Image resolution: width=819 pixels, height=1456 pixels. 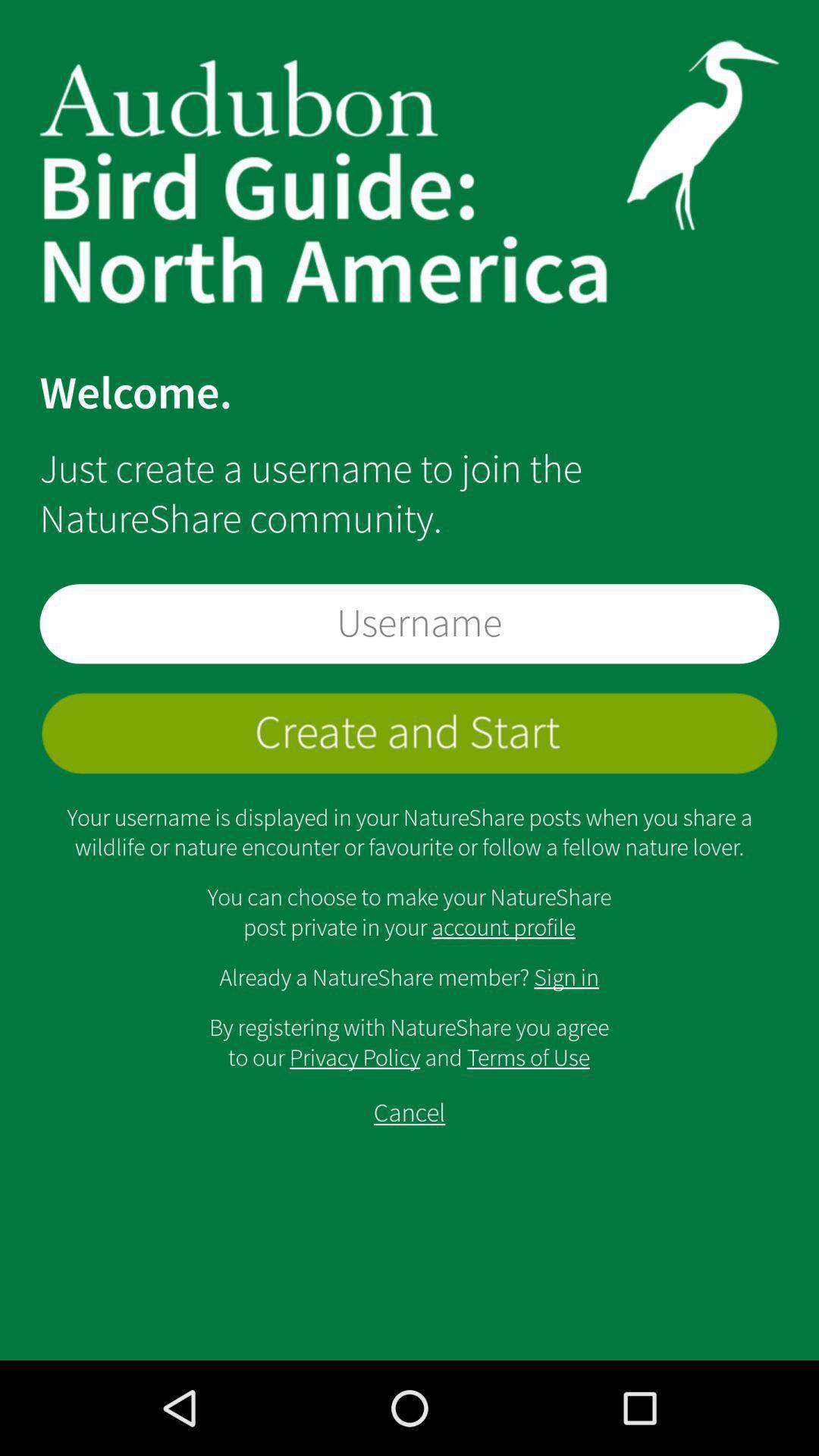 What do you see at coordinates (409, 733) in the screenshot?
I see `get start` at bounding box center [409, 733].